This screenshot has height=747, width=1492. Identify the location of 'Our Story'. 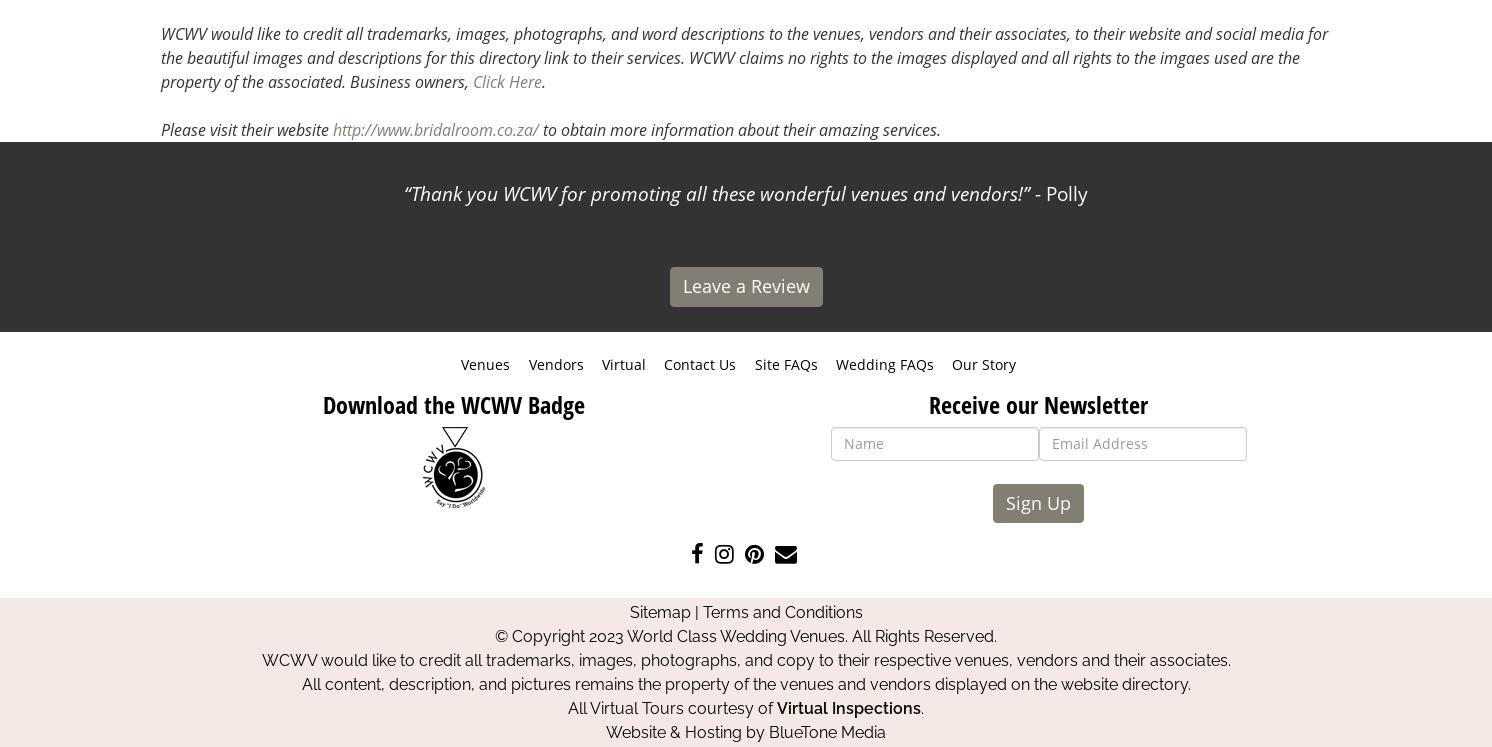
(982, 363).